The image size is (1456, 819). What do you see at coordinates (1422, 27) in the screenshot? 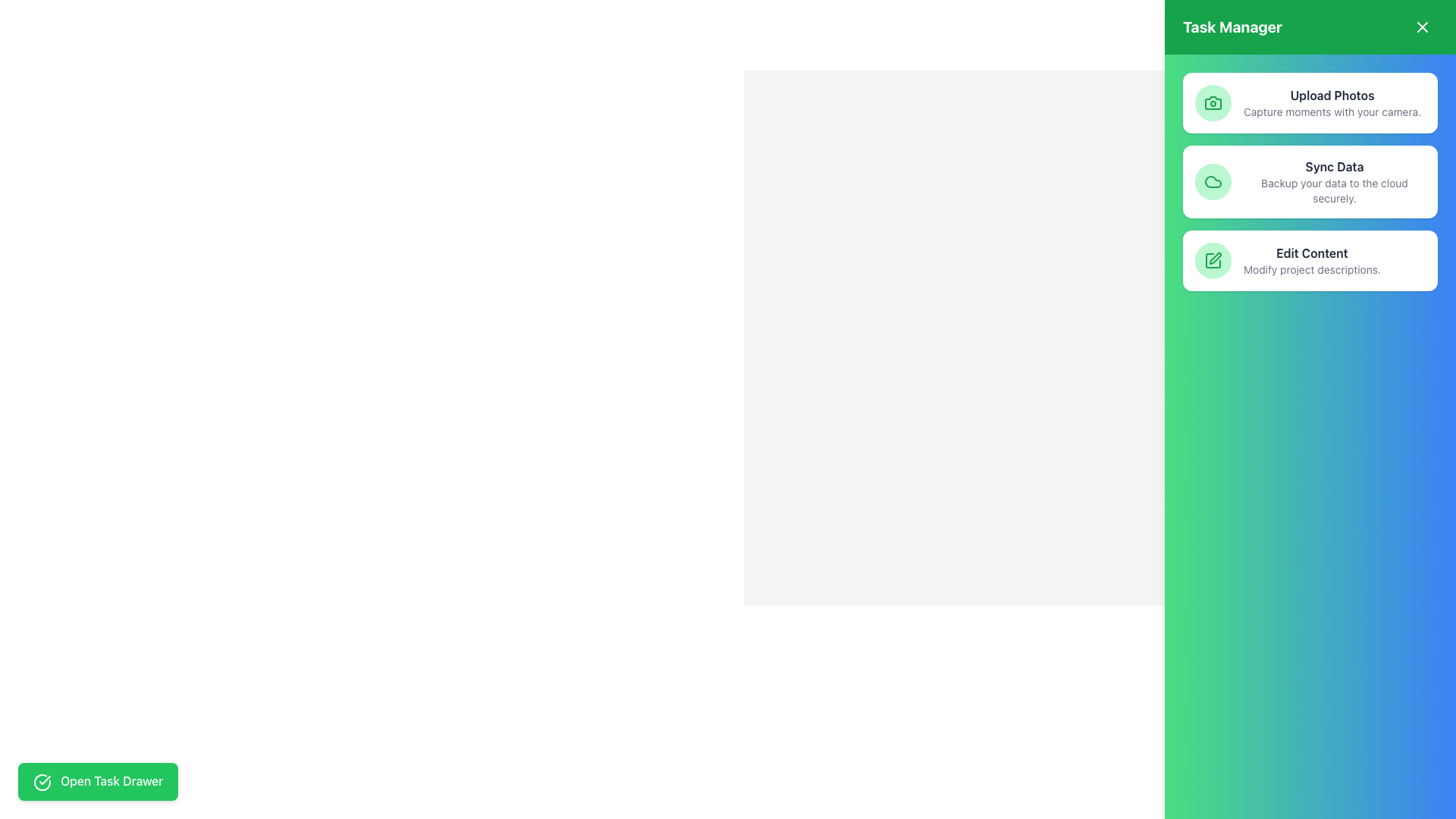
I see `the close button located in the top-right corner of the Task Manager panel's green header section, adjacent to the 'Task Manager' text` at bounding box center [1422, 27].